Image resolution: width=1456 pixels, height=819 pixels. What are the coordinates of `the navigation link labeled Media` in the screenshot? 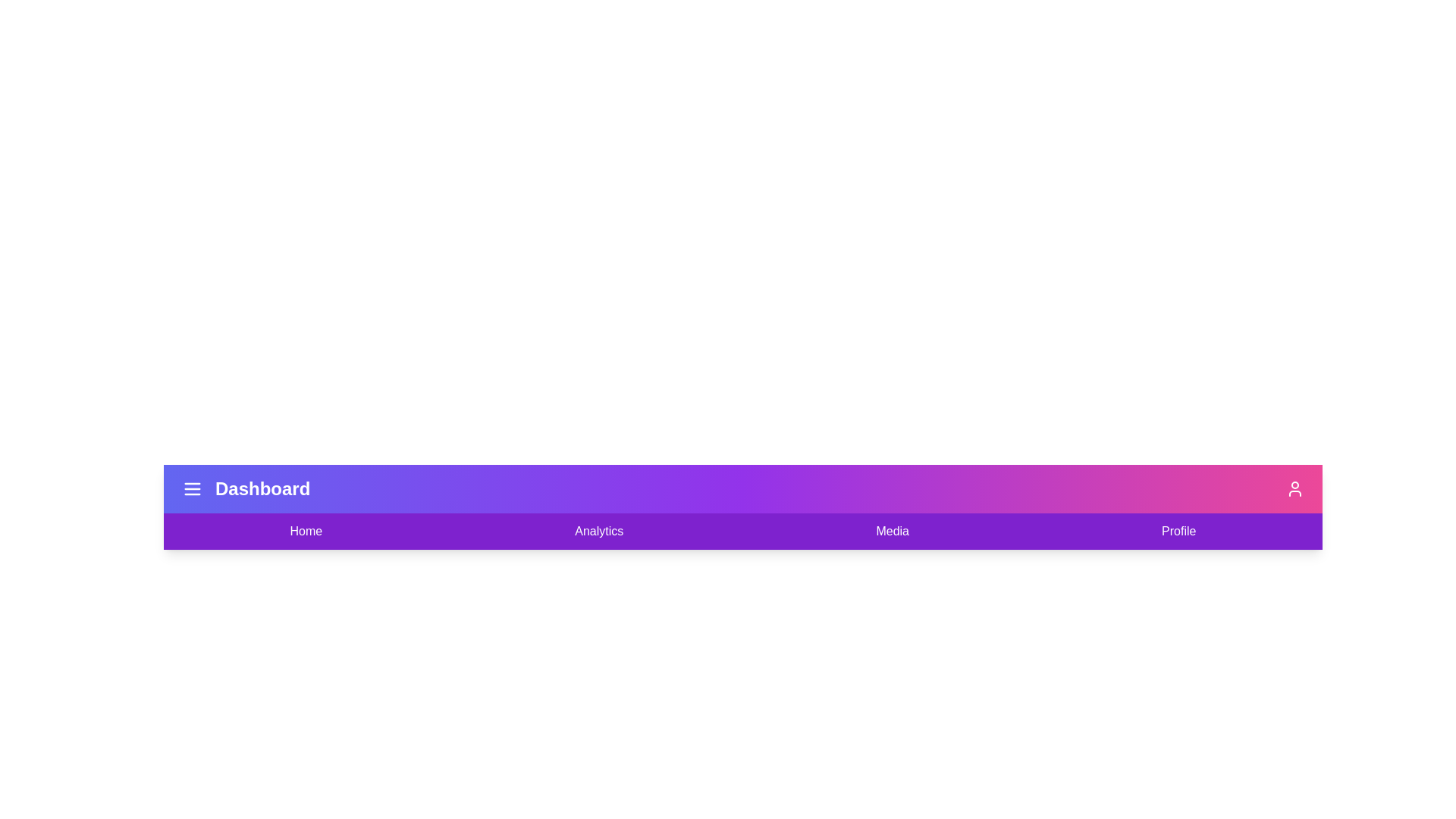 It's located at (893, 531).